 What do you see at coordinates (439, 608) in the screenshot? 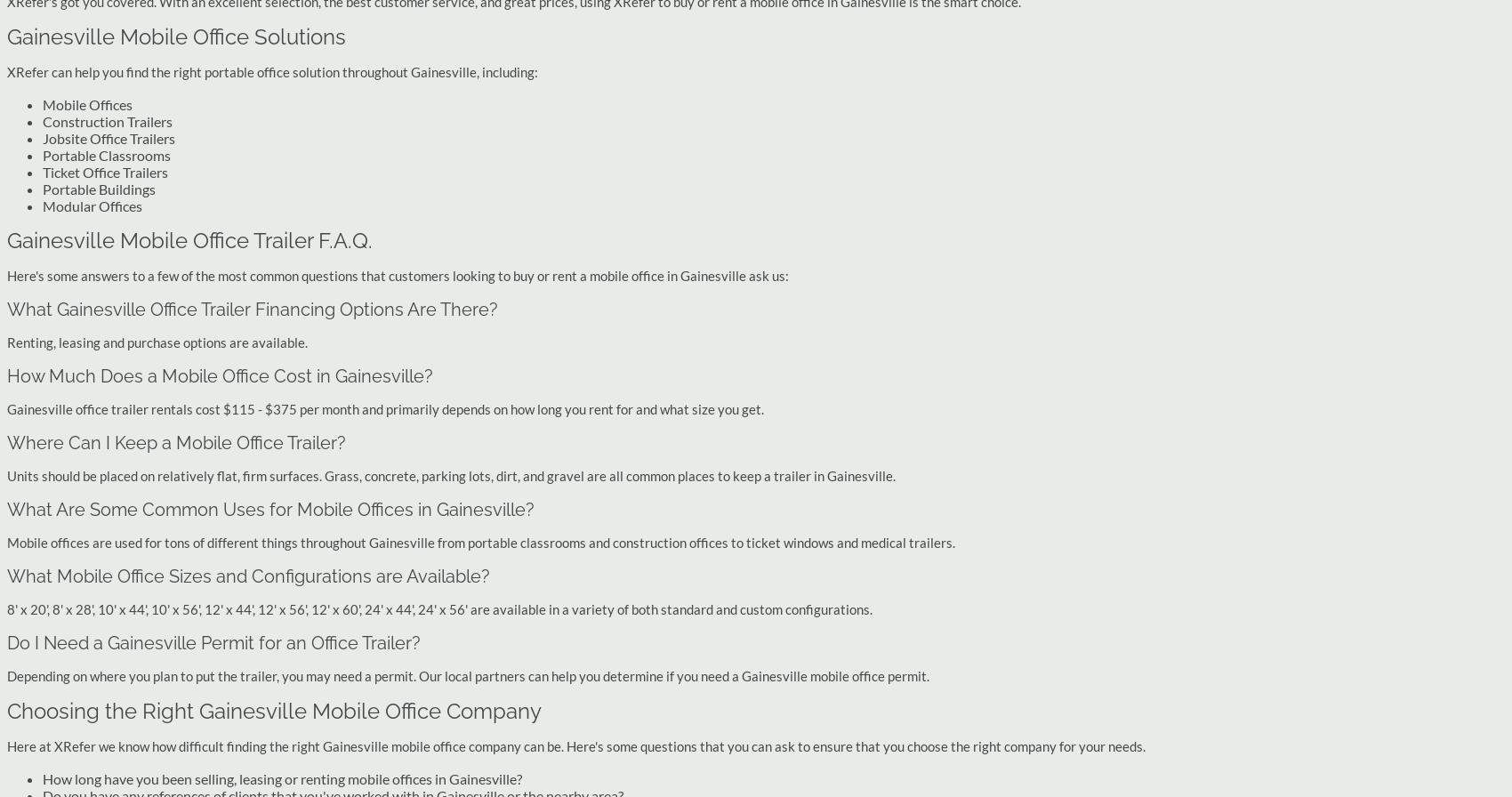
I see `'8' x 20', 8' x 28', 10' x 44', 10' x 56', 12' x 44', 12' x 56', 12' x 60', 24' x 44', 24' x 56' are available in a variety of both standard and custom configurations.'` at bounding box center [439, 608].